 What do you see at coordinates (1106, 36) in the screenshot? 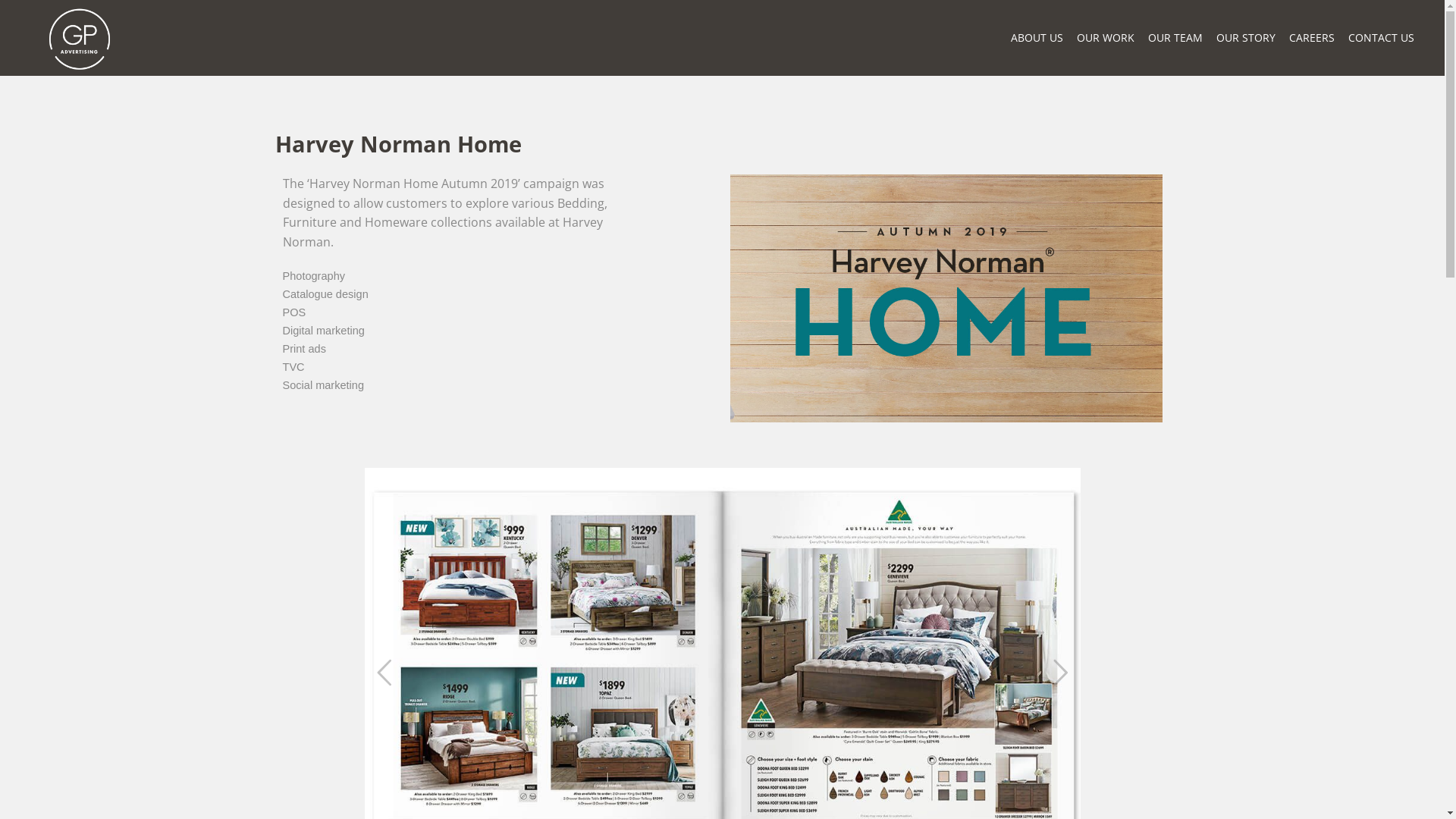
I see `'OUR WORK'` at bounding box center [1106, 36].